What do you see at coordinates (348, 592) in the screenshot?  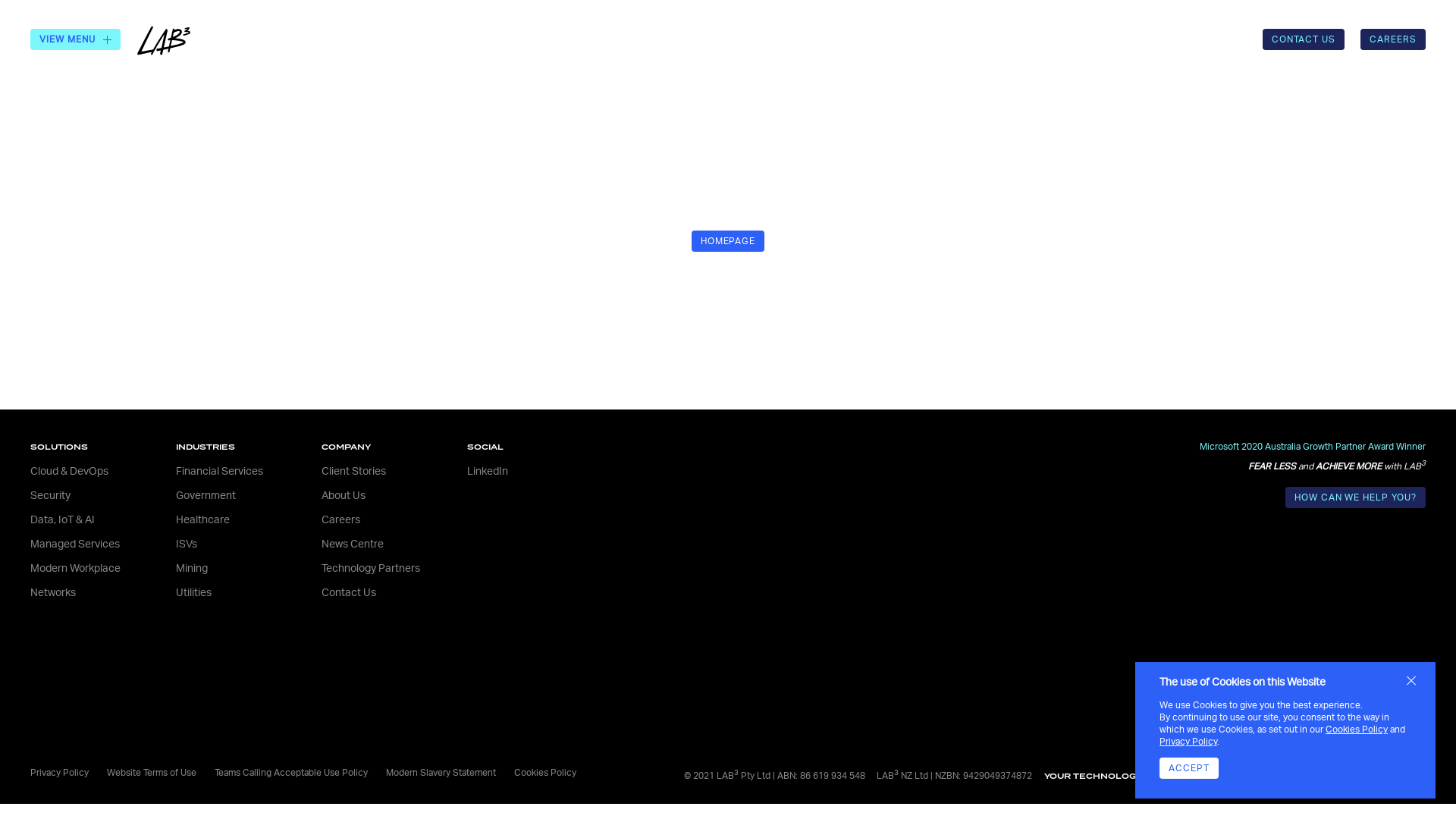 I see `'Contact Us'` at bounding box center [348, 592].